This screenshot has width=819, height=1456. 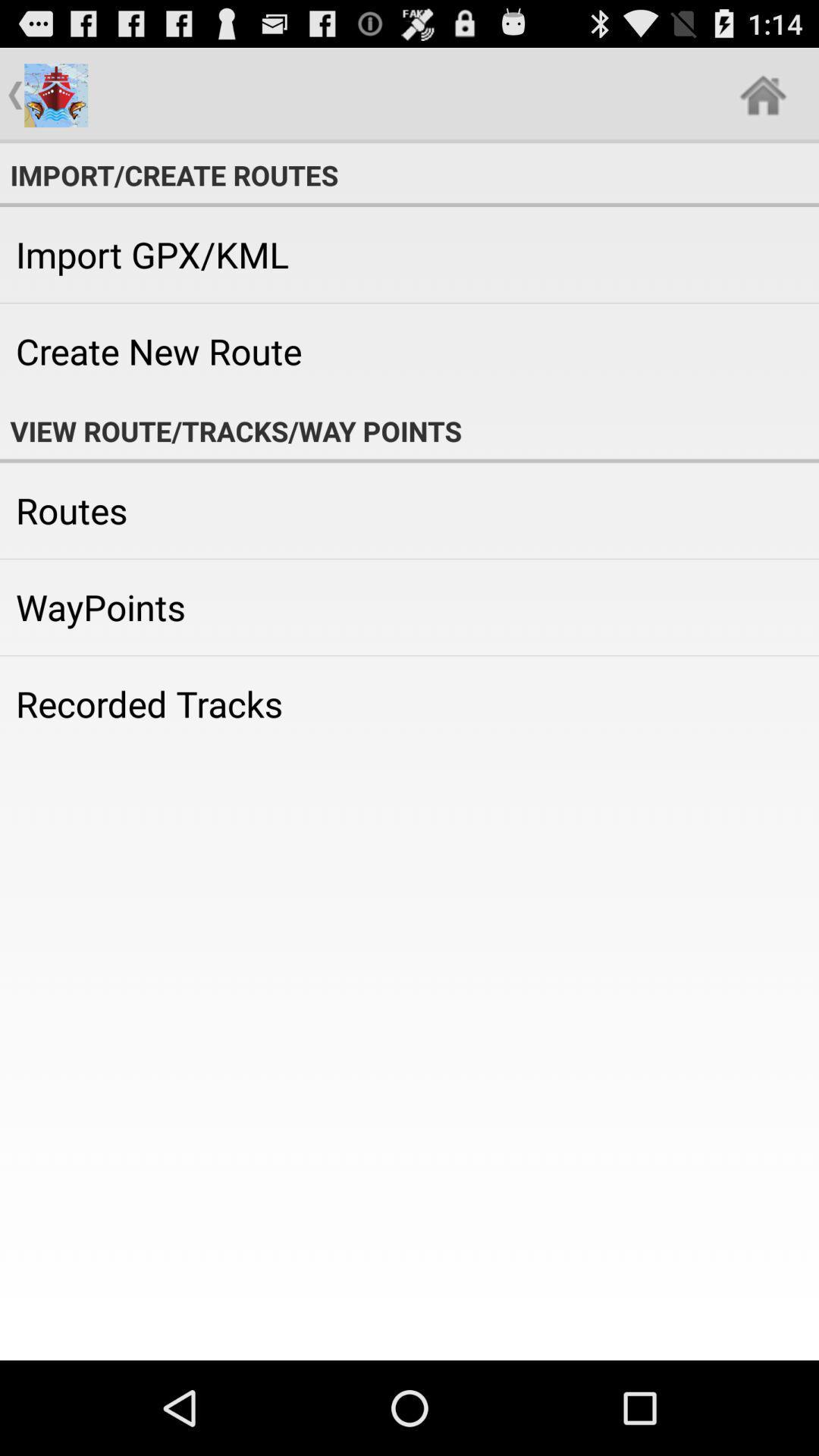 I want to click on the item above the view route tracks icon, so click(x=409, y=350).